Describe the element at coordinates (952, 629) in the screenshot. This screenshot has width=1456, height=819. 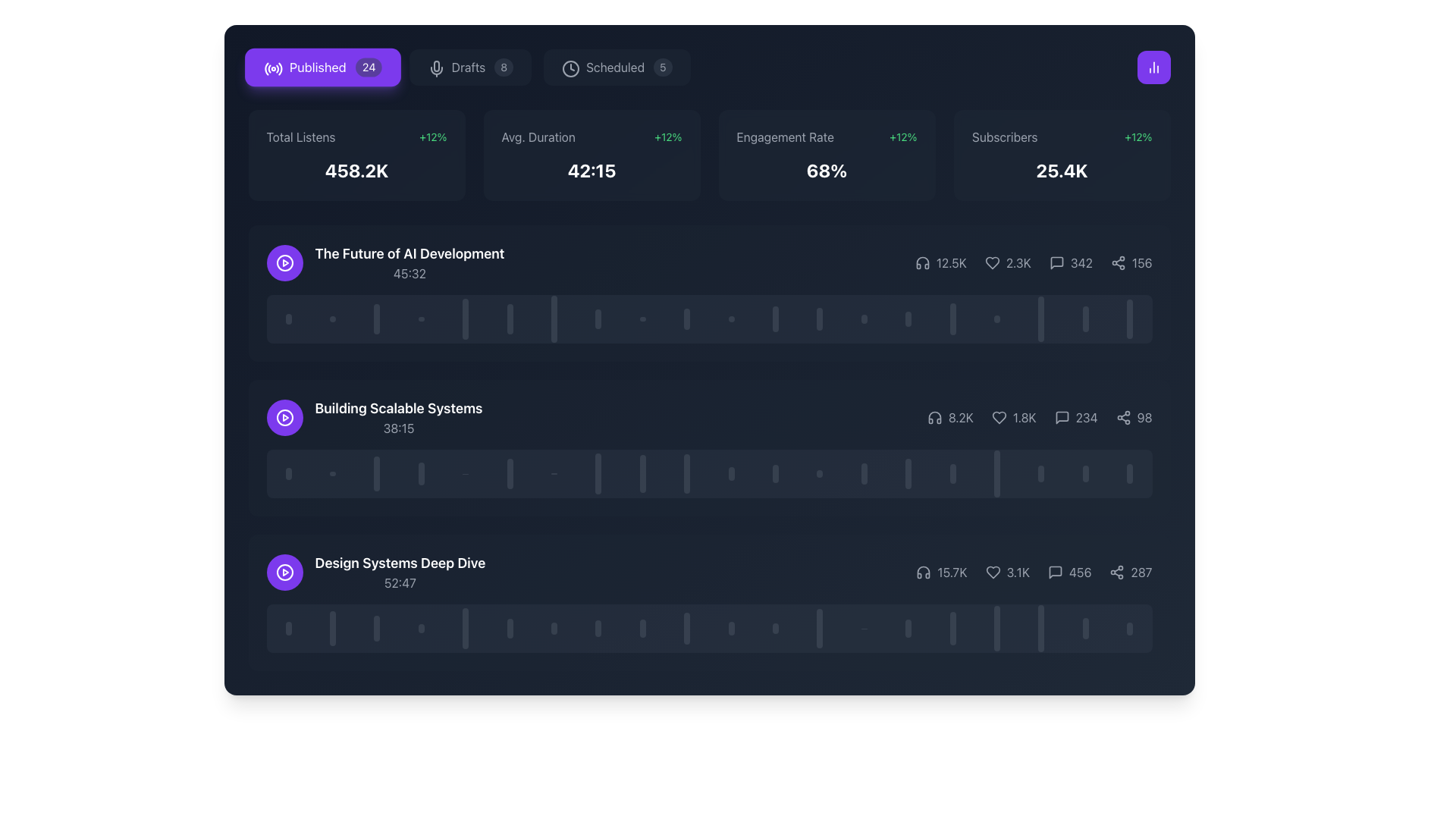
I see `the seventeenth vertical visual indicator bar in the last content row of the segmented interface, which serves as a visual representation of a specific time slot or data point` at that location.